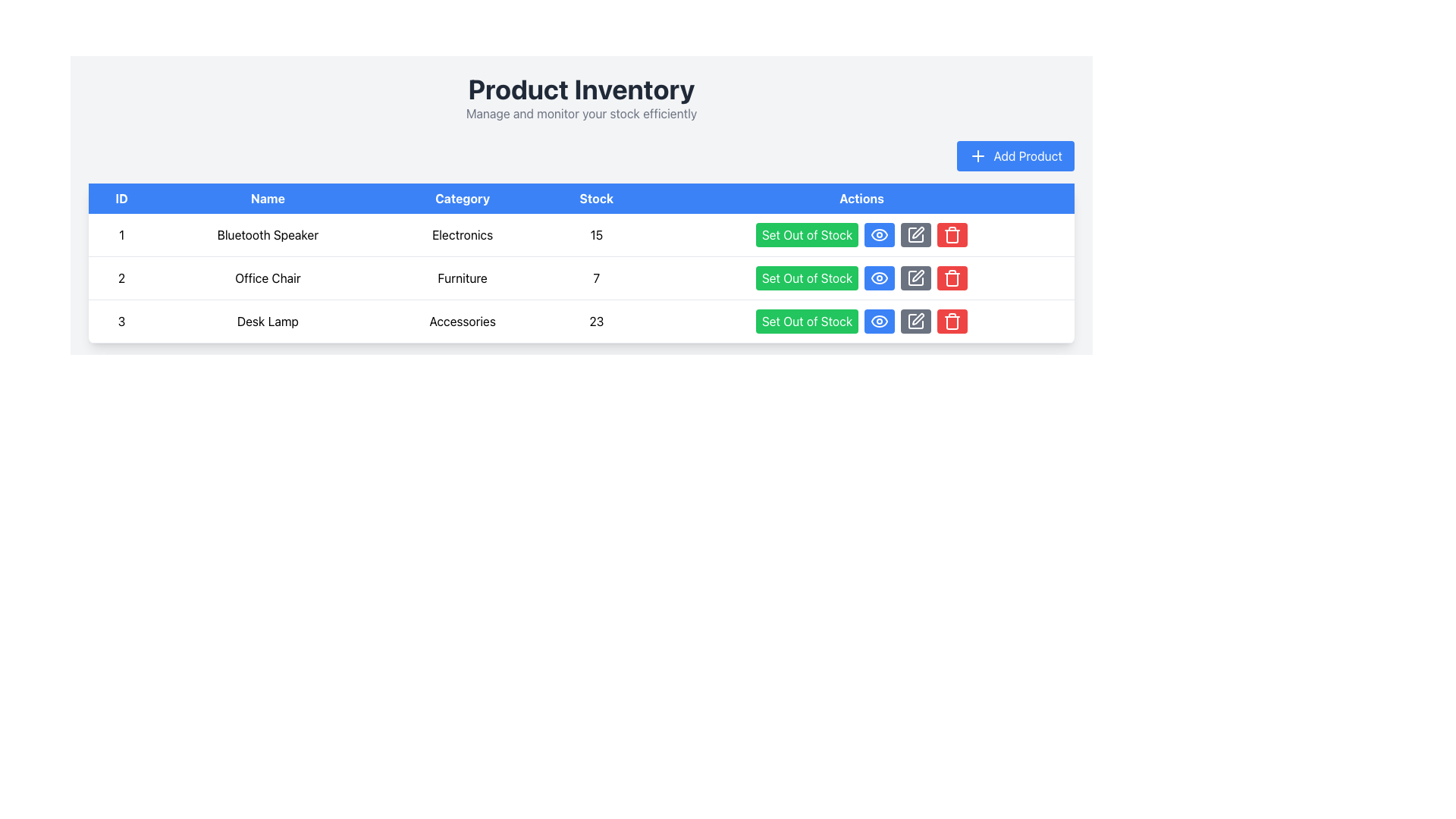  I want to click on the second action button in the 'Actions' column of the third row of the product table for 'Desk Lamp', so click(880, 321).